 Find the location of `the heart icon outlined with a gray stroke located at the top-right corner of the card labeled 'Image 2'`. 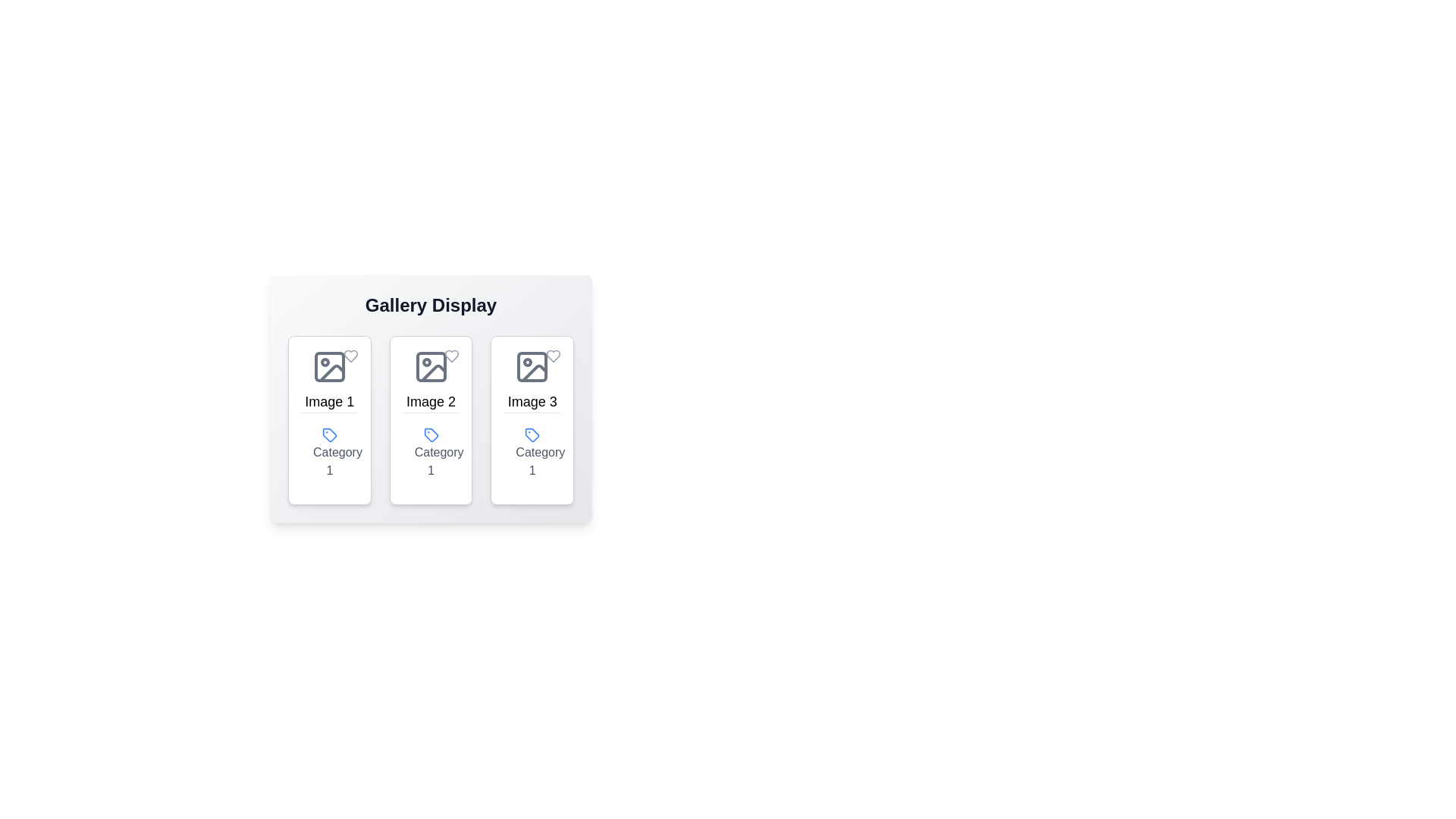

the heart icon outlined with a gray stroke located at the top-right corner of the card labeled 'Image 2' is located at coordinates (451, 356).